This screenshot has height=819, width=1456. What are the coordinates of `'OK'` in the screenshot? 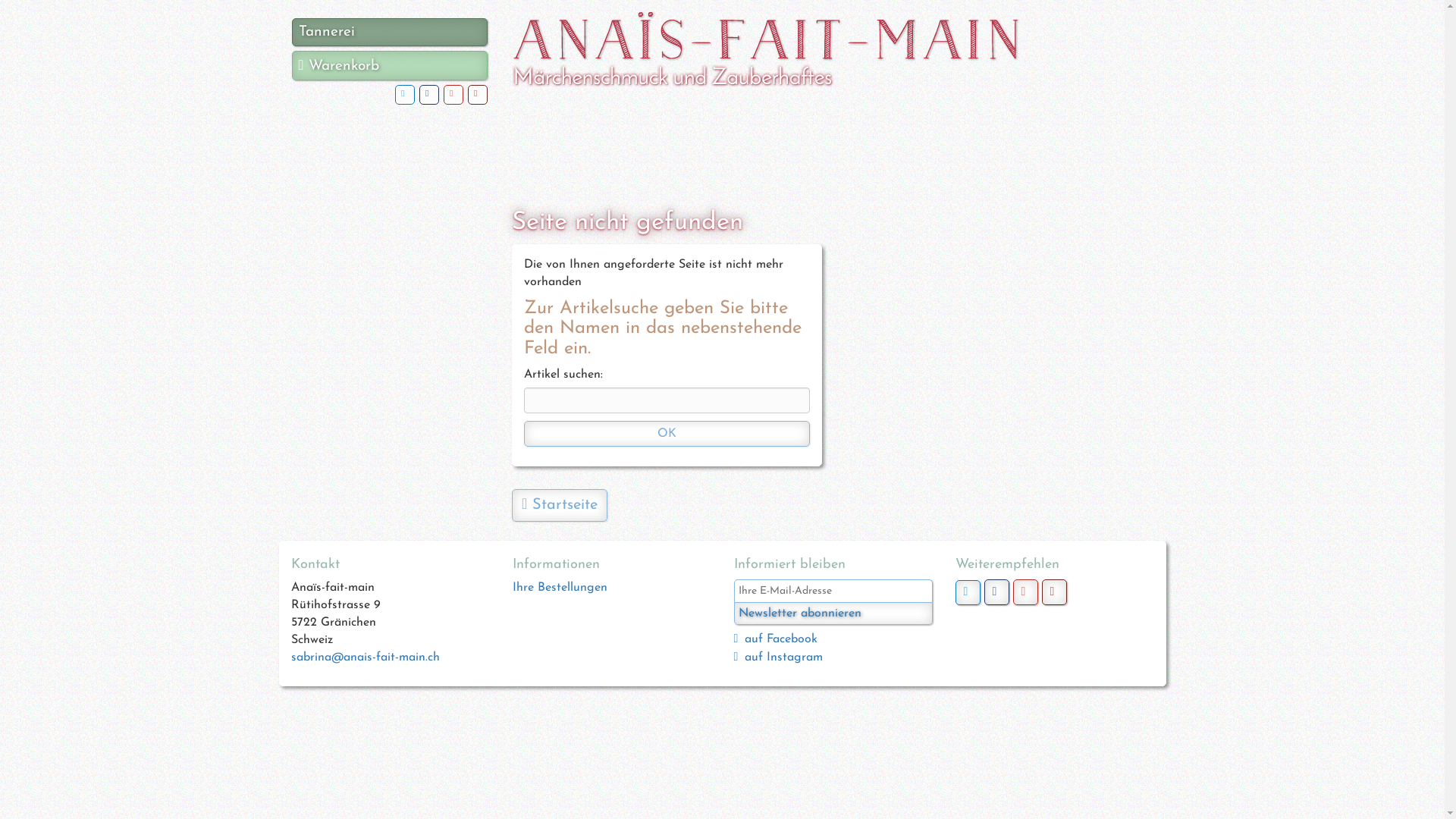 It's located at (667, 433).